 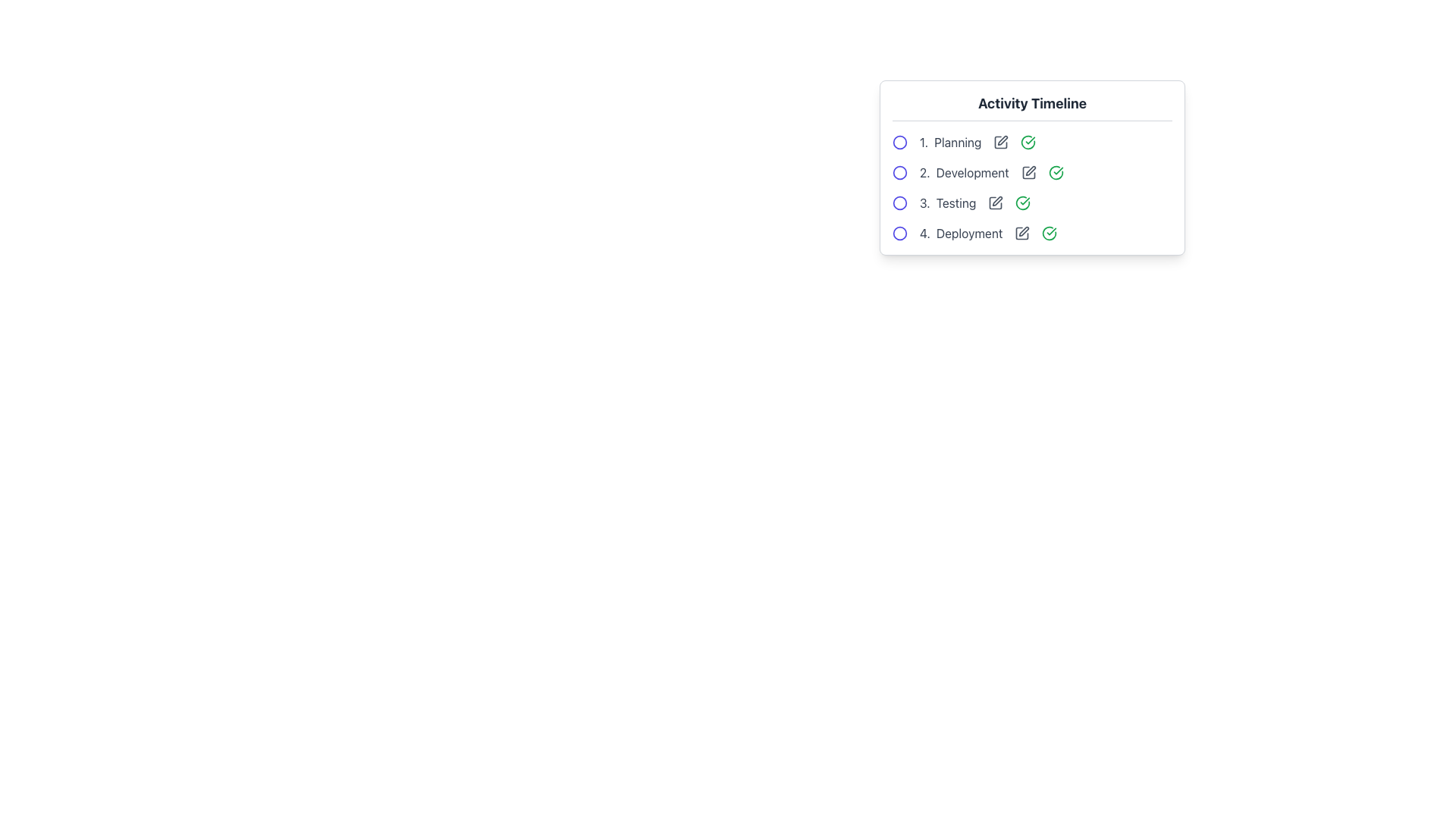 What do you see at coordinates (947, 202) in the screenshot?
I see `the 'Testing' phase text label, which is the third item in the 'Activity Timeline' sequence` at bounding box center [947, 202].